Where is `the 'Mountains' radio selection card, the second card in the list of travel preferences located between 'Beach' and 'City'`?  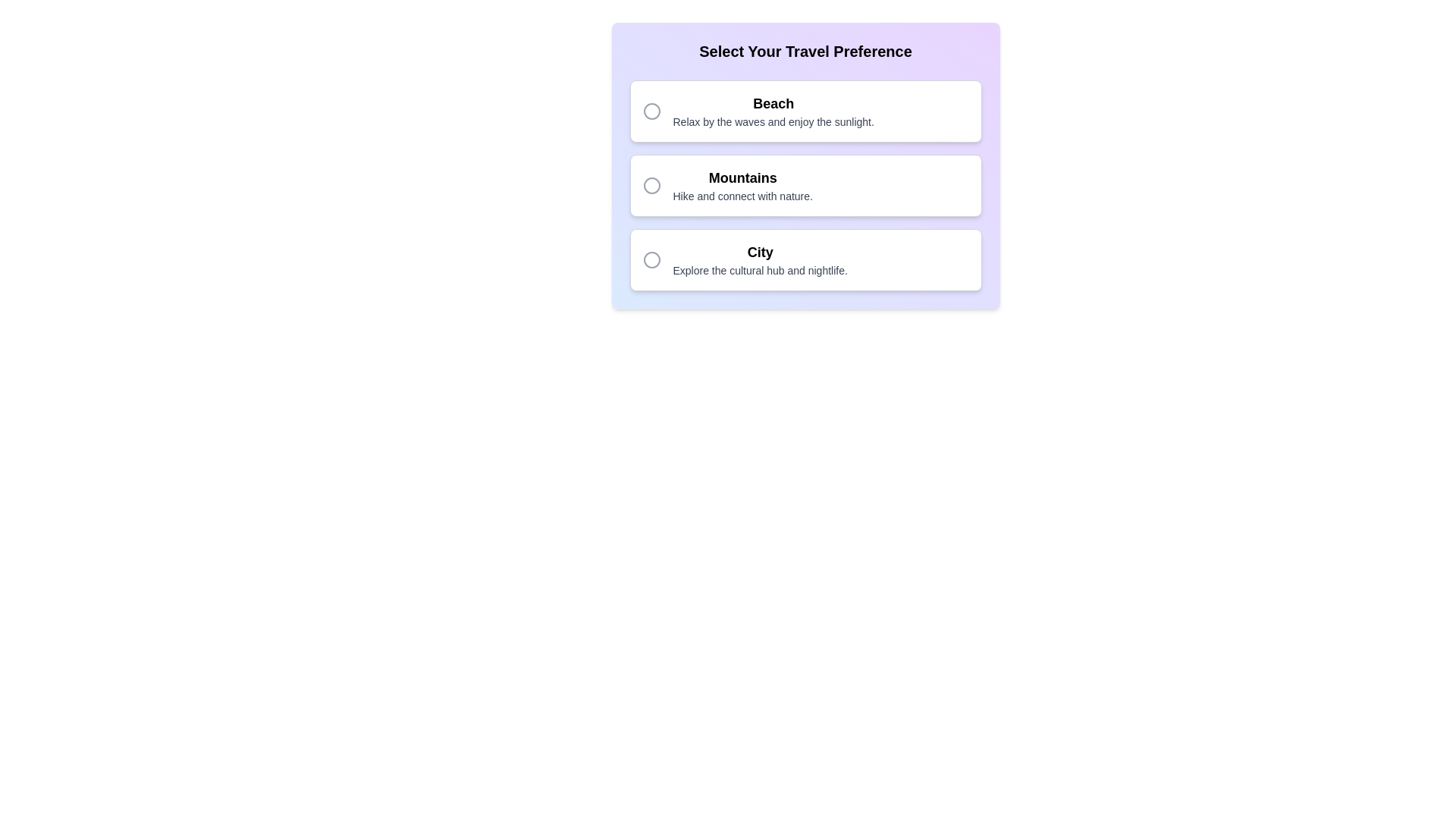 the 'Mountains' radio selection card, the second card in the list of travel preferences located between 'Beach' and 'City' is located at coordinates (805, 185).